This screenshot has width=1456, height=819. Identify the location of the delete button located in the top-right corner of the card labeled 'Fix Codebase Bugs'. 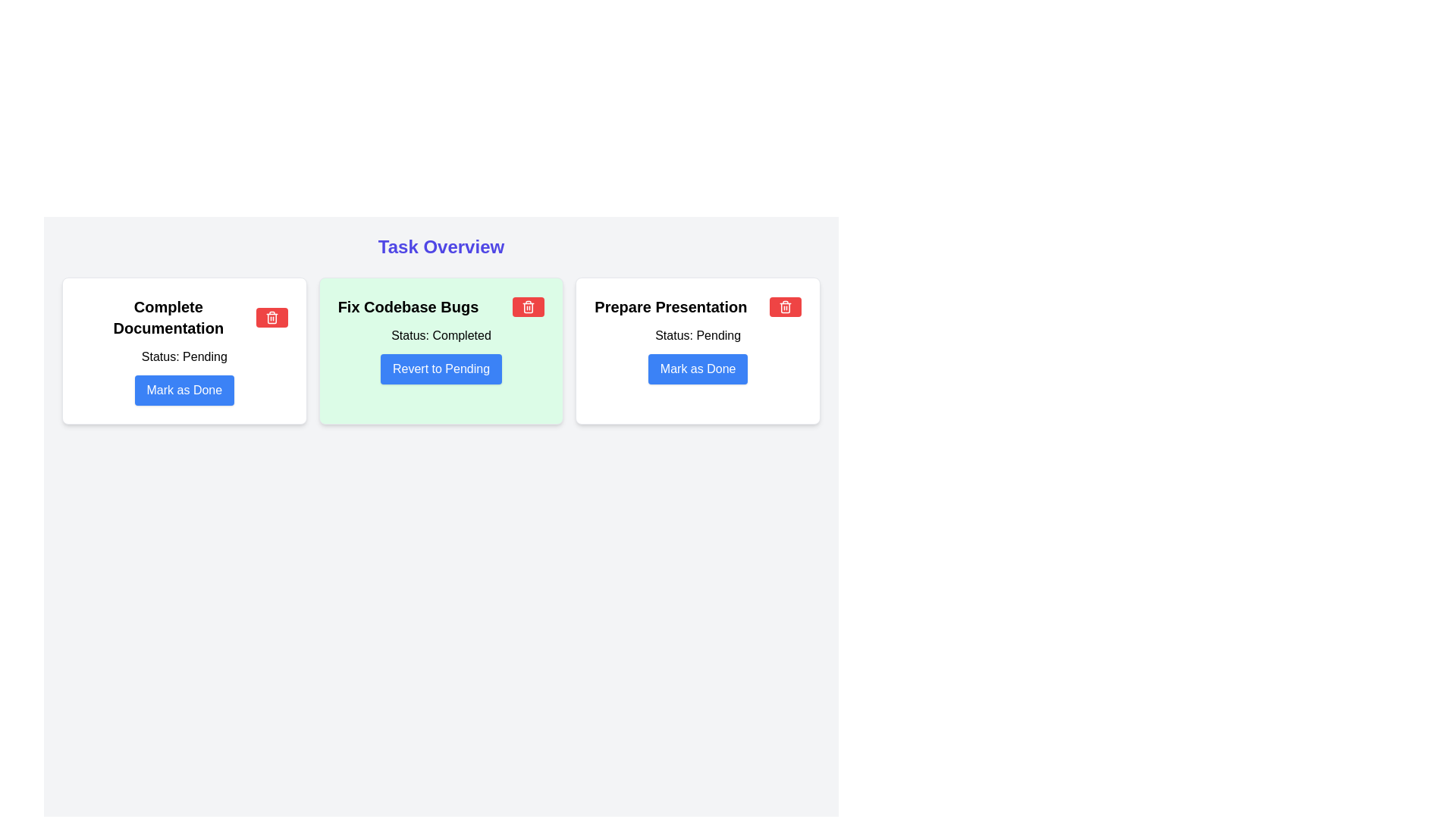
(529, 307).